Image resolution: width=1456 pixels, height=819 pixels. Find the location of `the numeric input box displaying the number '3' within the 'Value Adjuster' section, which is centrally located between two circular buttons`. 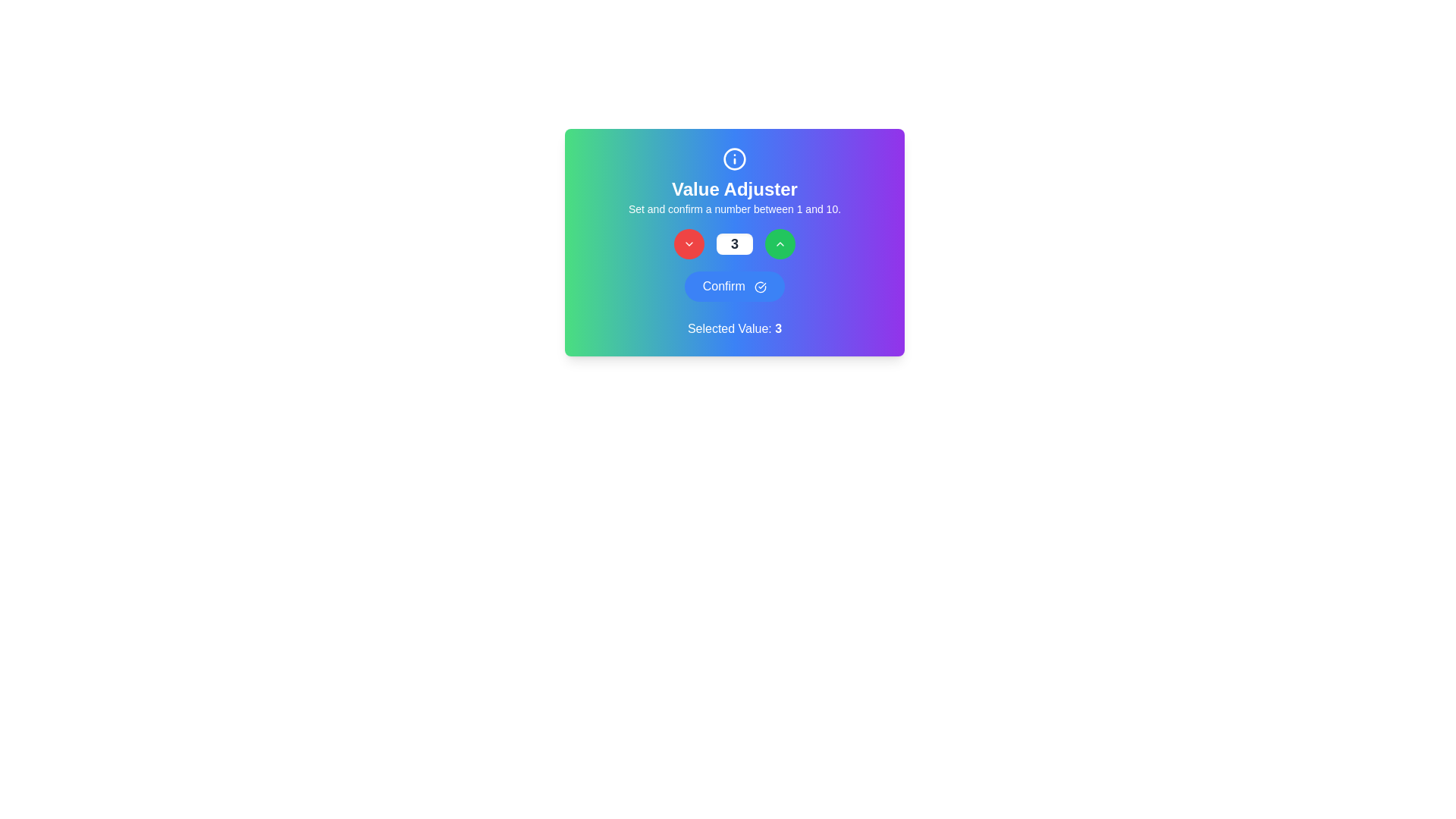

the numeric input box displaying the number '3' within the 'Value Adjuster' section, which is centrally located between two circular buttons is located at coordinates (735, 243).